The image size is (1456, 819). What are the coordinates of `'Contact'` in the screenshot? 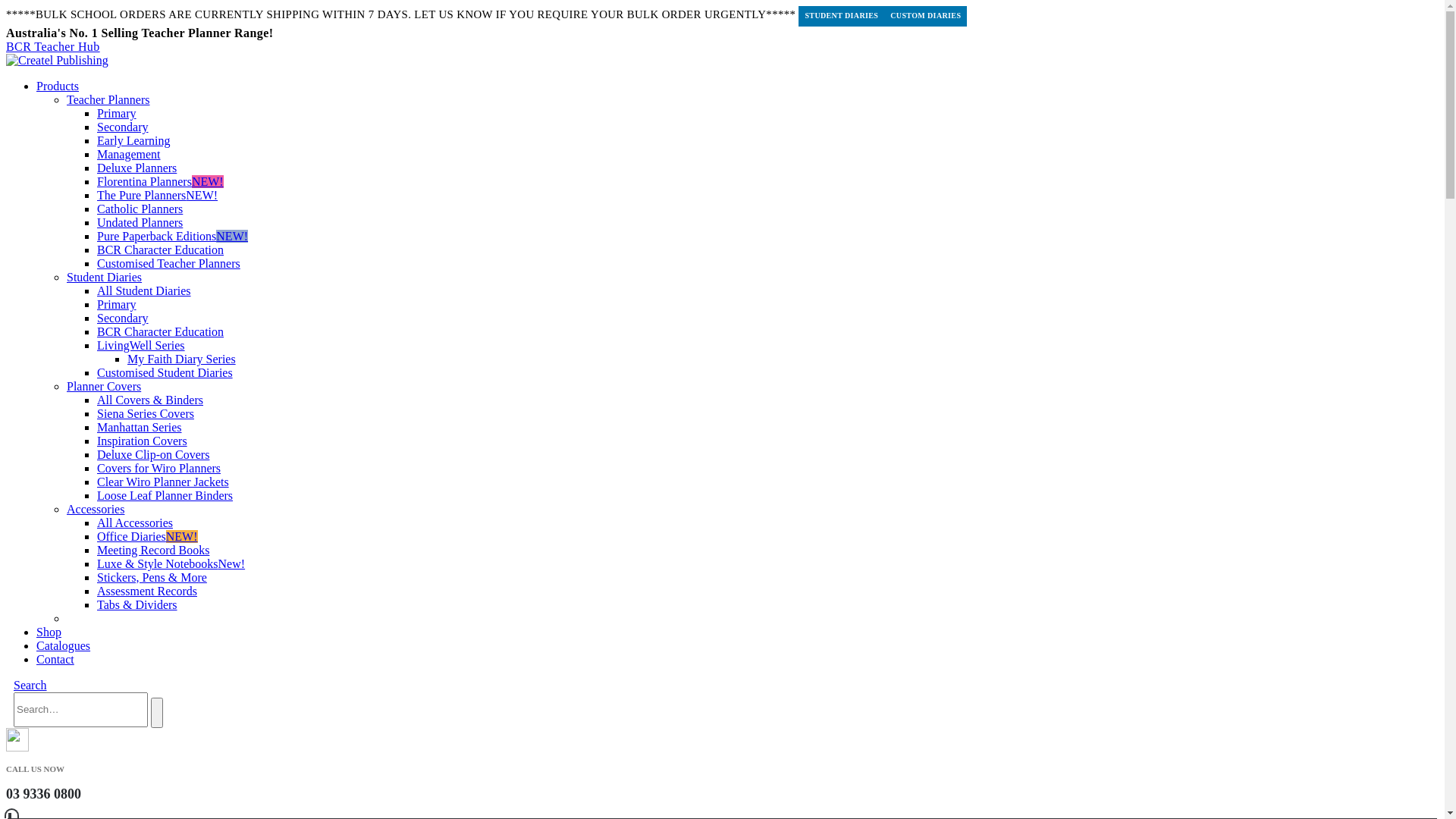 It's located at (55, 658).